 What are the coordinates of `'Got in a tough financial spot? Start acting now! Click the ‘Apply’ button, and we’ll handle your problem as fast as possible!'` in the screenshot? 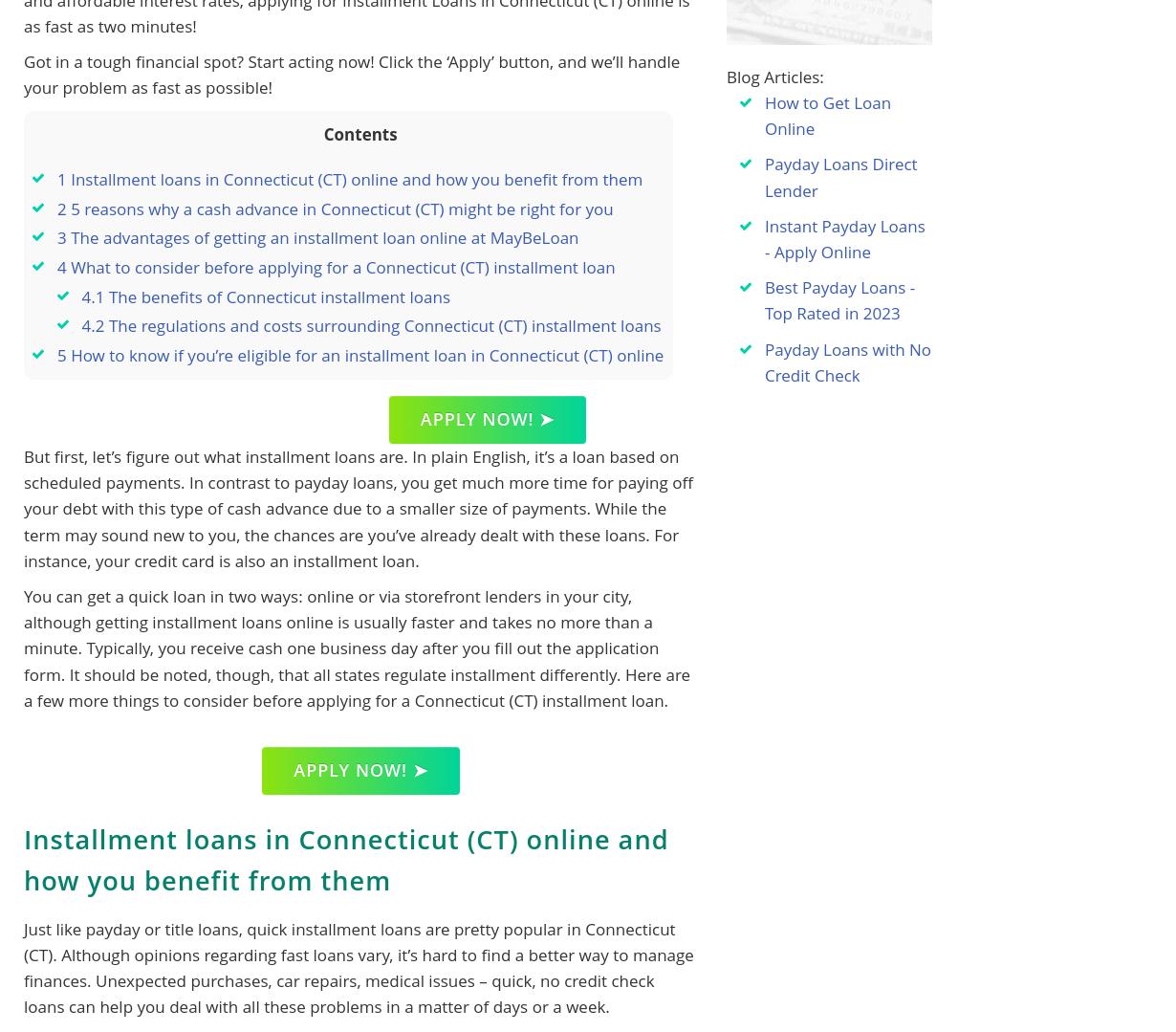 It's located at (351, 74).